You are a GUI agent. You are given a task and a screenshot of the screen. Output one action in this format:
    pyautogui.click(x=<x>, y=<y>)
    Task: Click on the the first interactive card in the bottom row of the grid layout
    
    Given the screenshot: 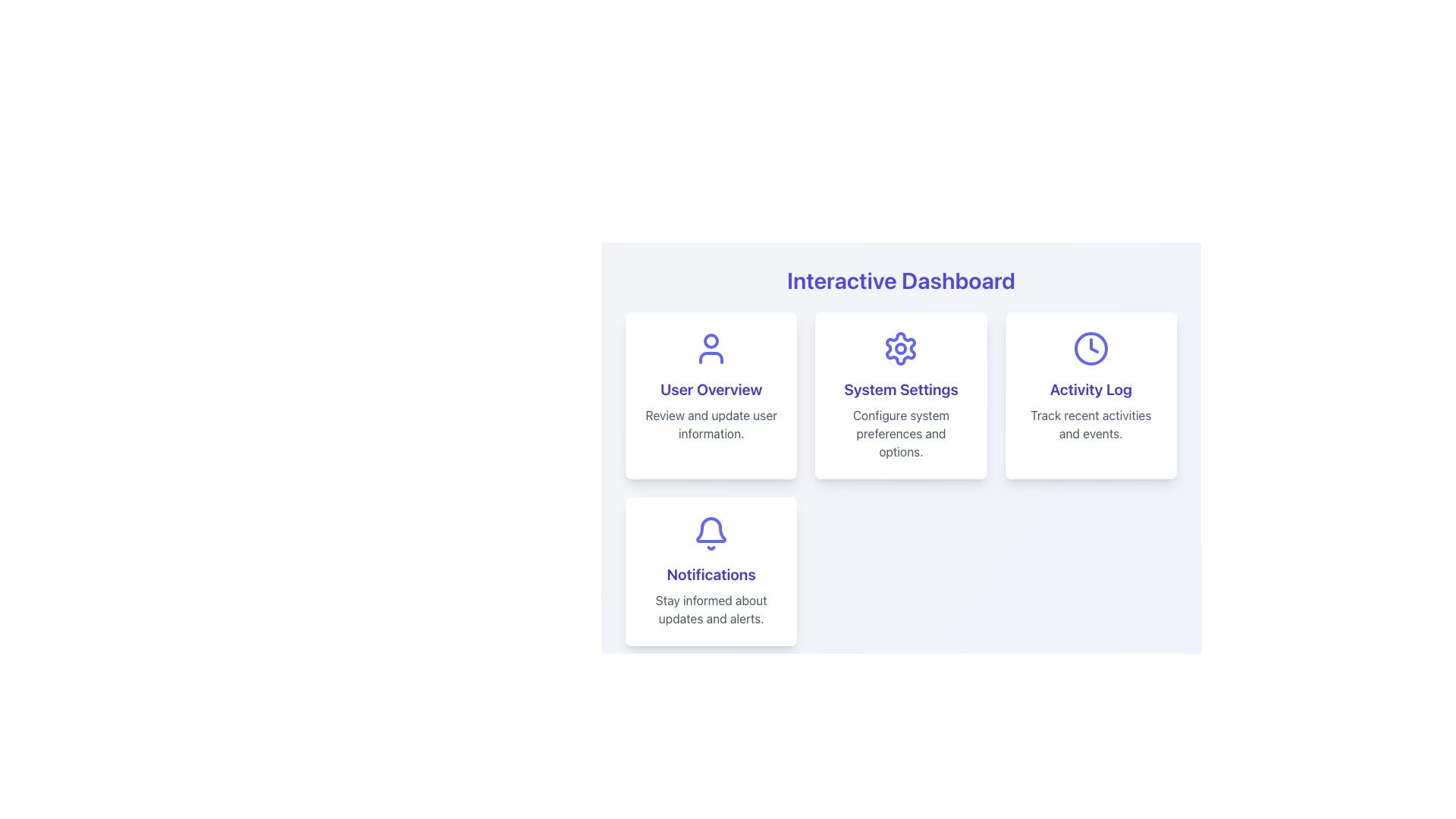 What is the action you would take?
    pyautogui.click(x=711, y=571)
    